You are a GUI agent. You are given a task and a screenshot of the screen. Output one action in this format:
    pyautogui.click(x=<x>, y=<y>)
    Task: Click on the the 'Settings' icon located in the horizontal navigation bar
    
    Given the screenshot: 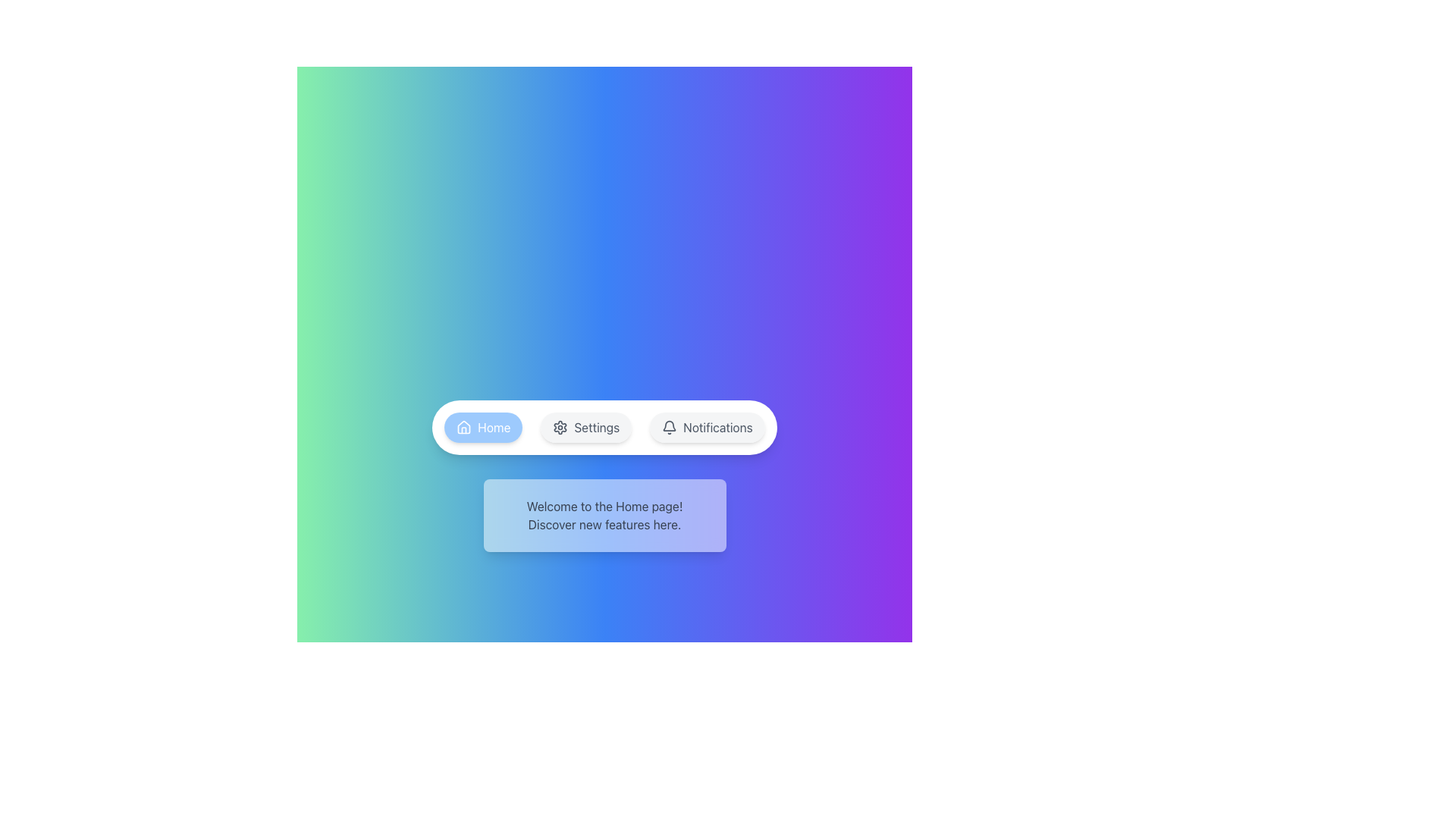 What is the action you would take?
    pyautogui.click(x=560, y=427)
    